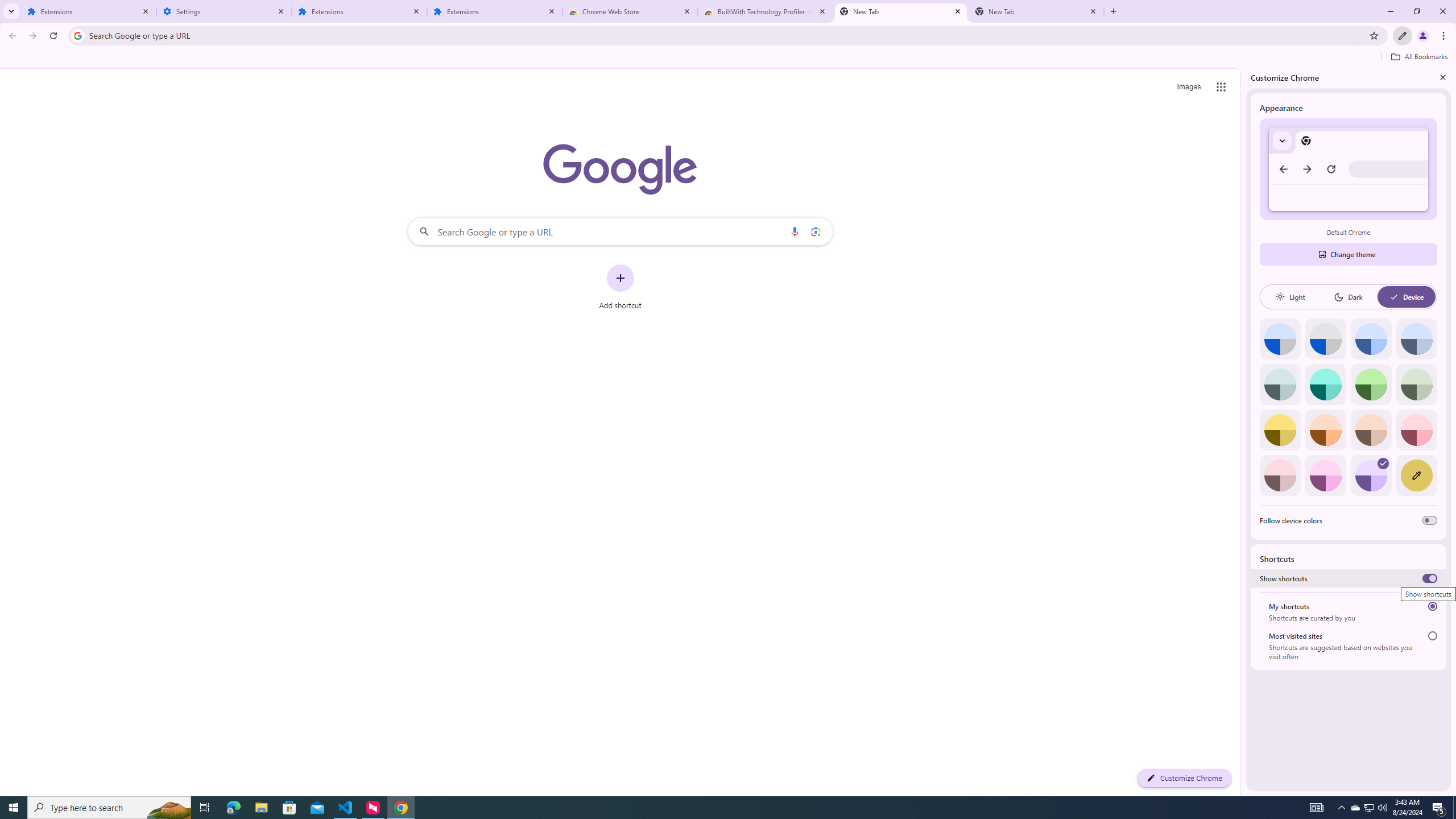 The width and height of the screenshot is (1456, 819). Describe the element at coordinates (1444, 35) in the screenshot. I see `'Chrome'` at that location.